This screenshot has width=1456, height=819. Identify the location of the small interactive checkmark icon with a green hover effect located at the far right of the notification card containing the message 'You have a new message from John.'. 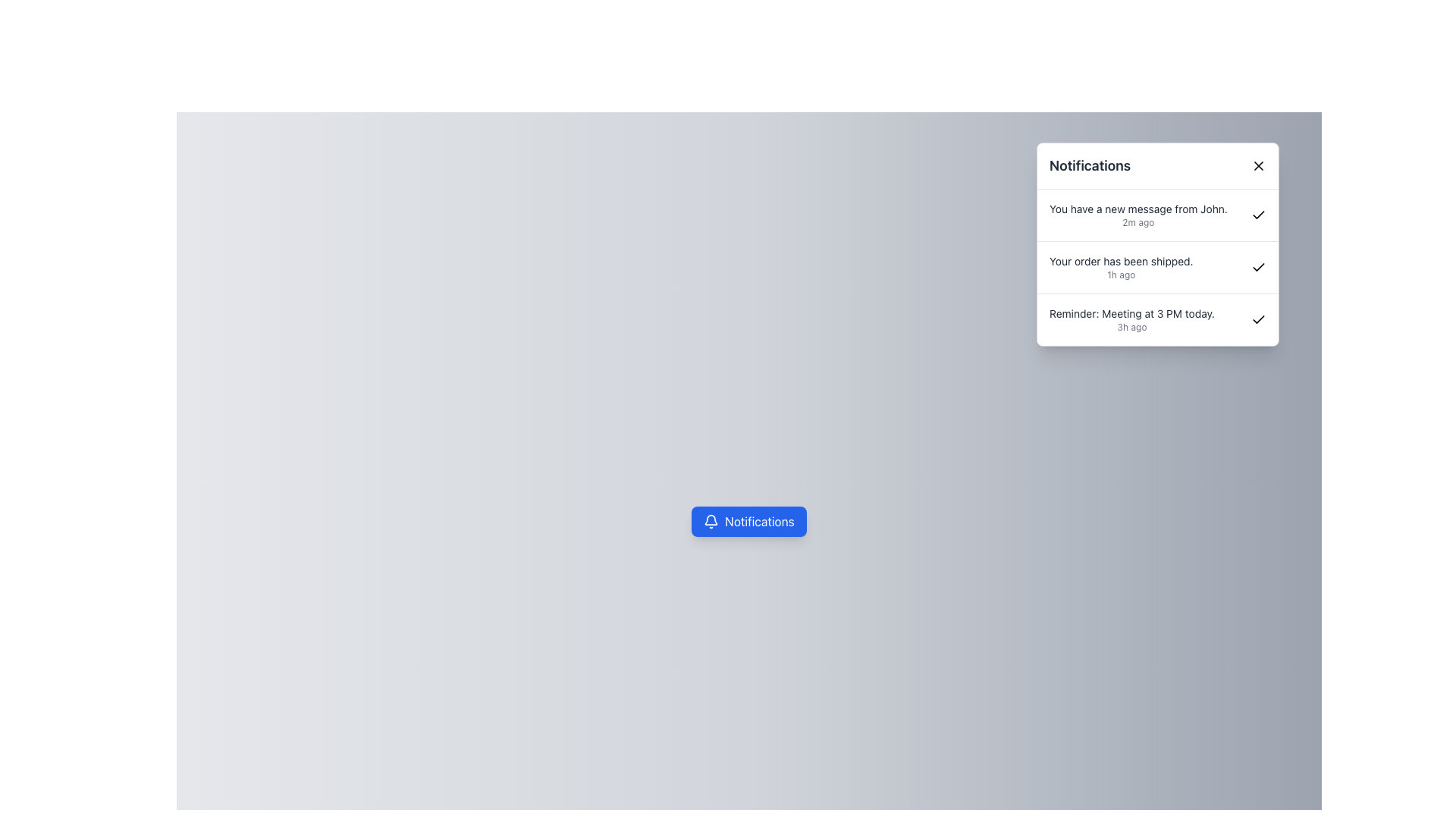
(1259, 215).